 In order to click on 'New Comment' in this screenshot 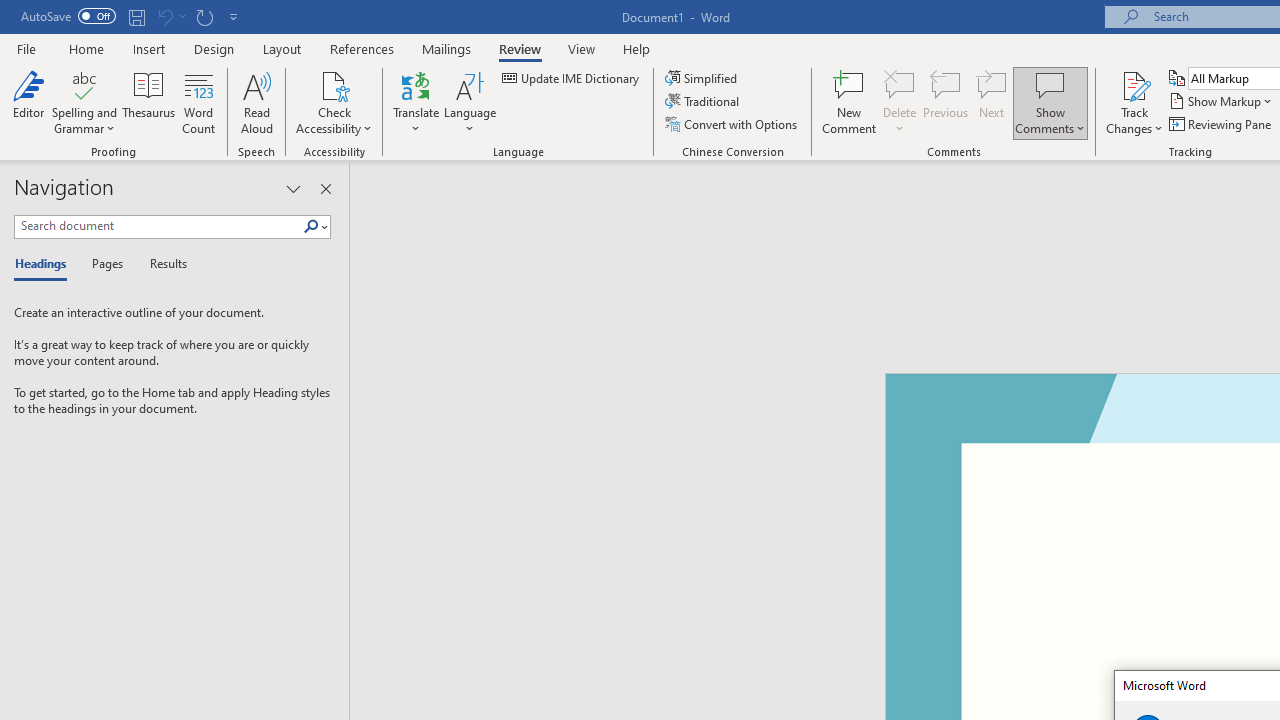, I will do `click(849, 103)`.